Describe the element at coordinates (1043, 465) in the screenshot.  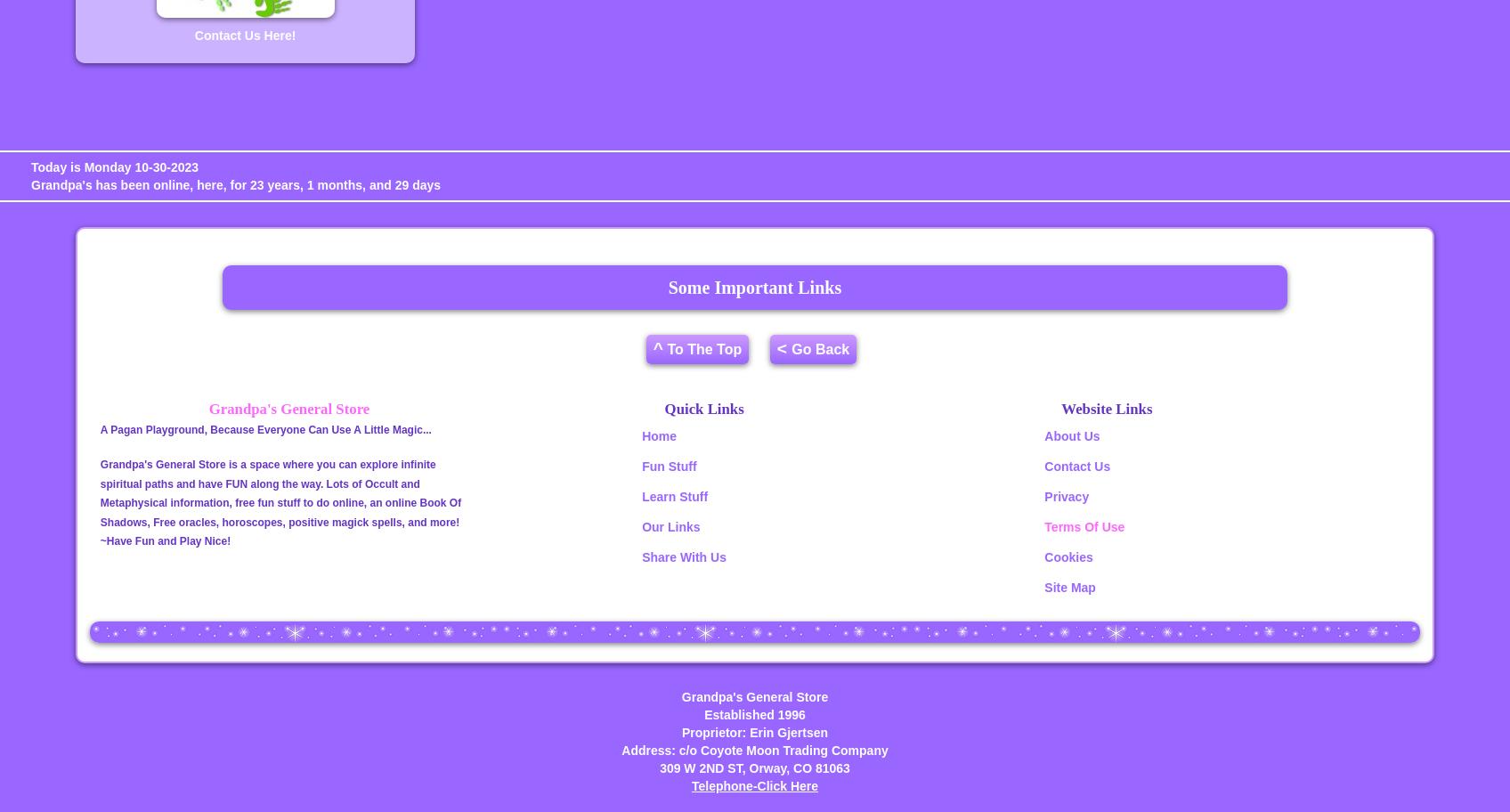
I see `'Contact Us'` at that location.